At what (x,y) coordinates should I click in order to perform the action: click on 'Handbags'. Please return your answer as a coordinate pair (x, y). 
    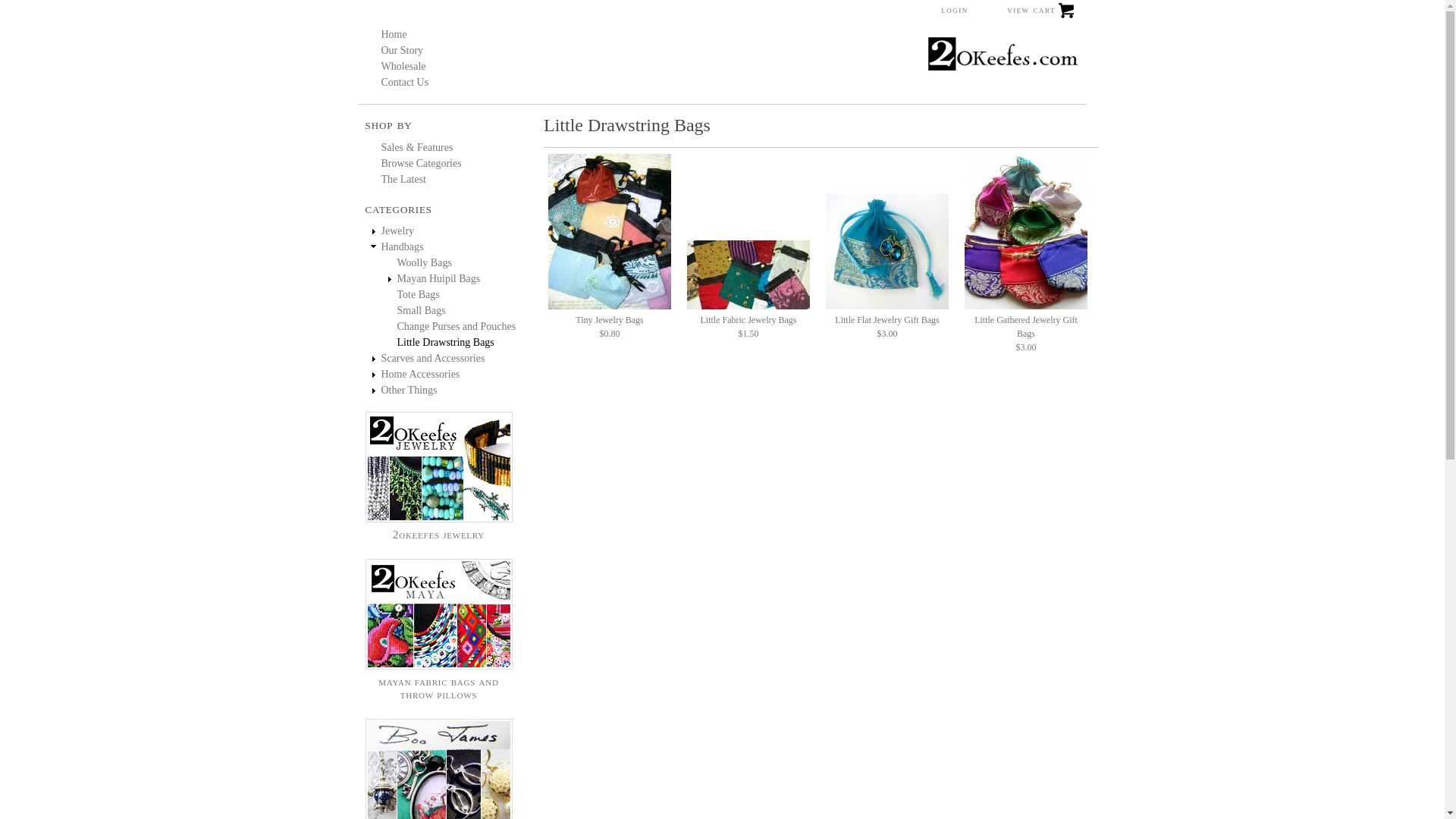
    Looking at the image, I should click on (401, 246).